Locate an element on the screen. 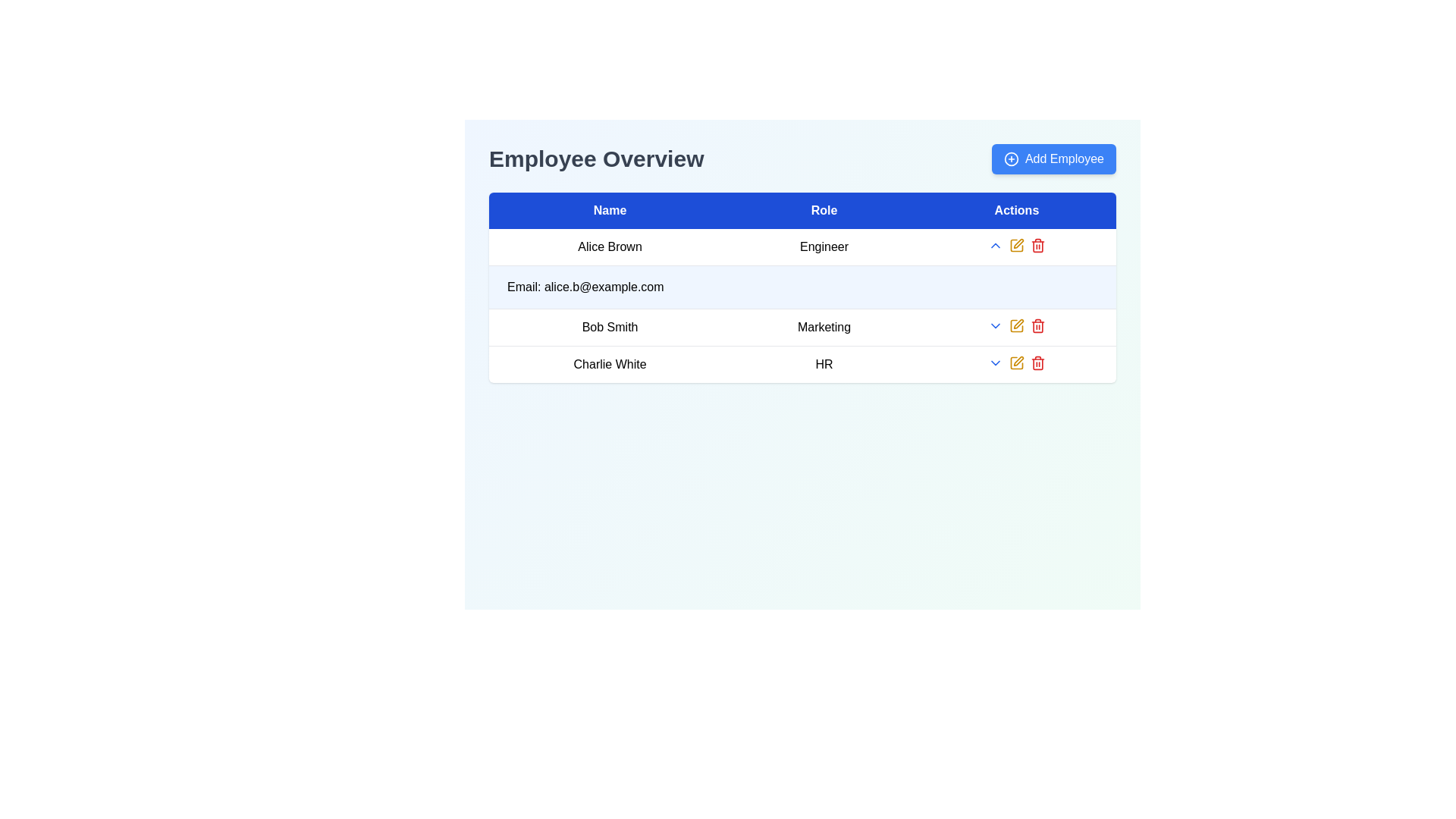  the trash bin icon located in the 'Actions' column of the row labeled 'Charlie White' and 'HR' is located at coordinates (1037, 326).